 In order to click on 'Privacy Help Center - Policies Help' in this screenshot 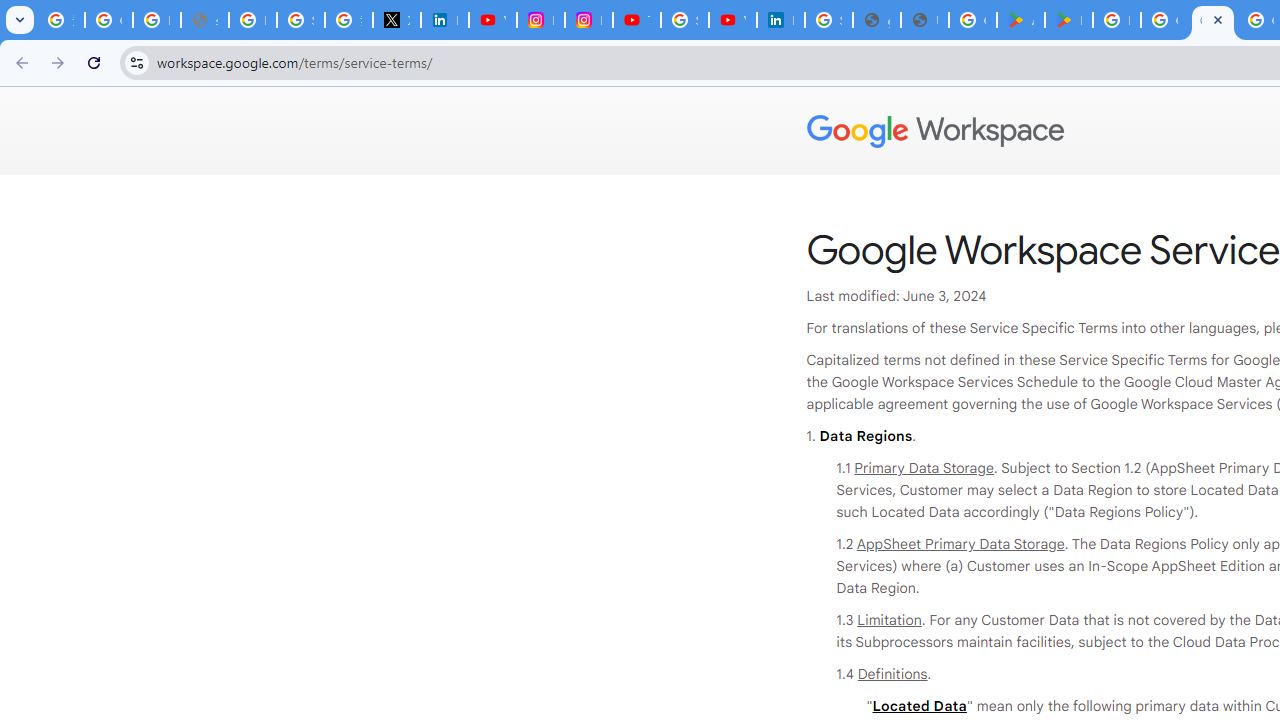, I will do `click(251, 20)`.